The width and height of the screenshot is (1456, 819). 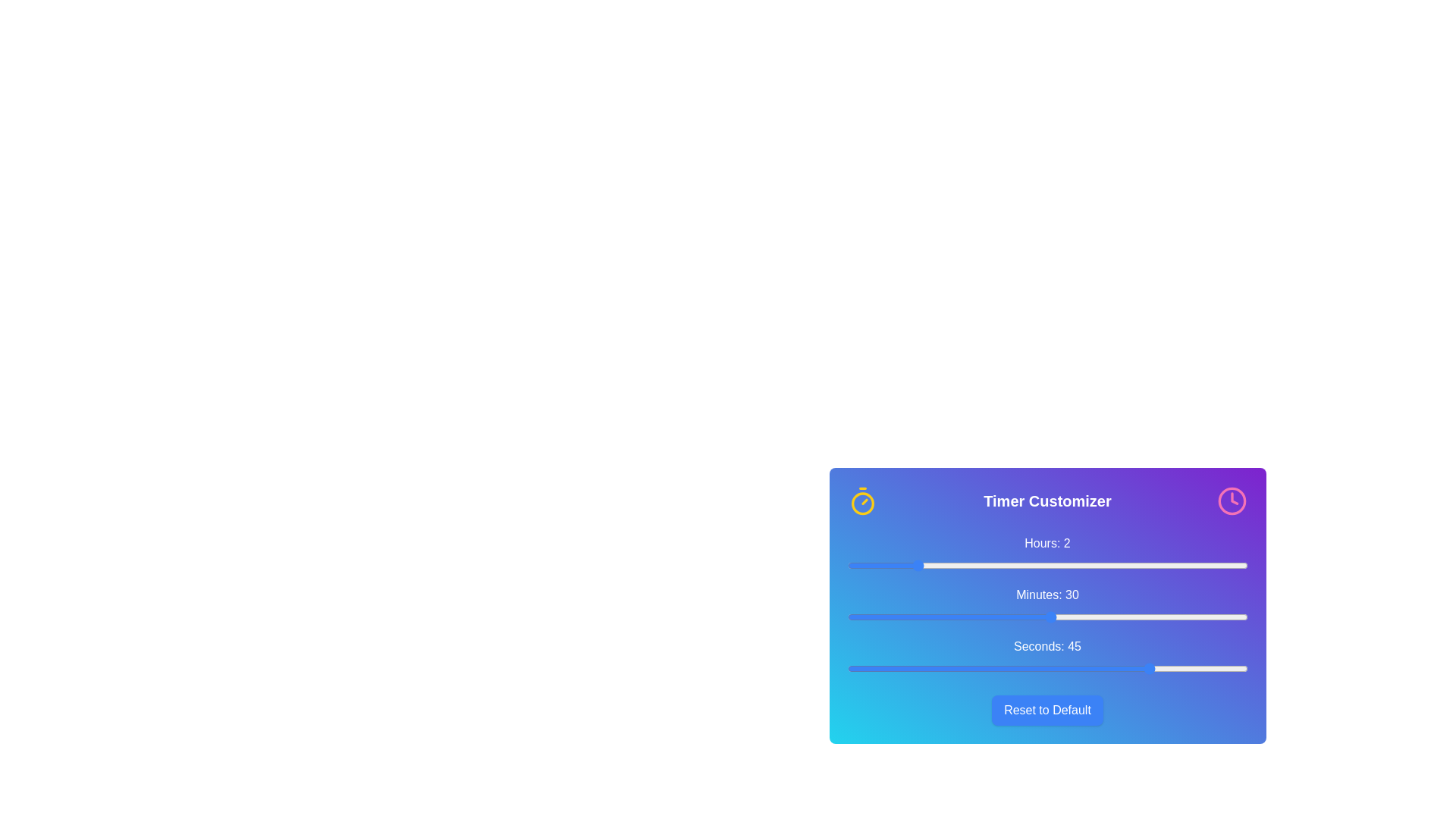 I want to click on the 'minutes' slider to set the value to 55, so click(x=1220, y=617).